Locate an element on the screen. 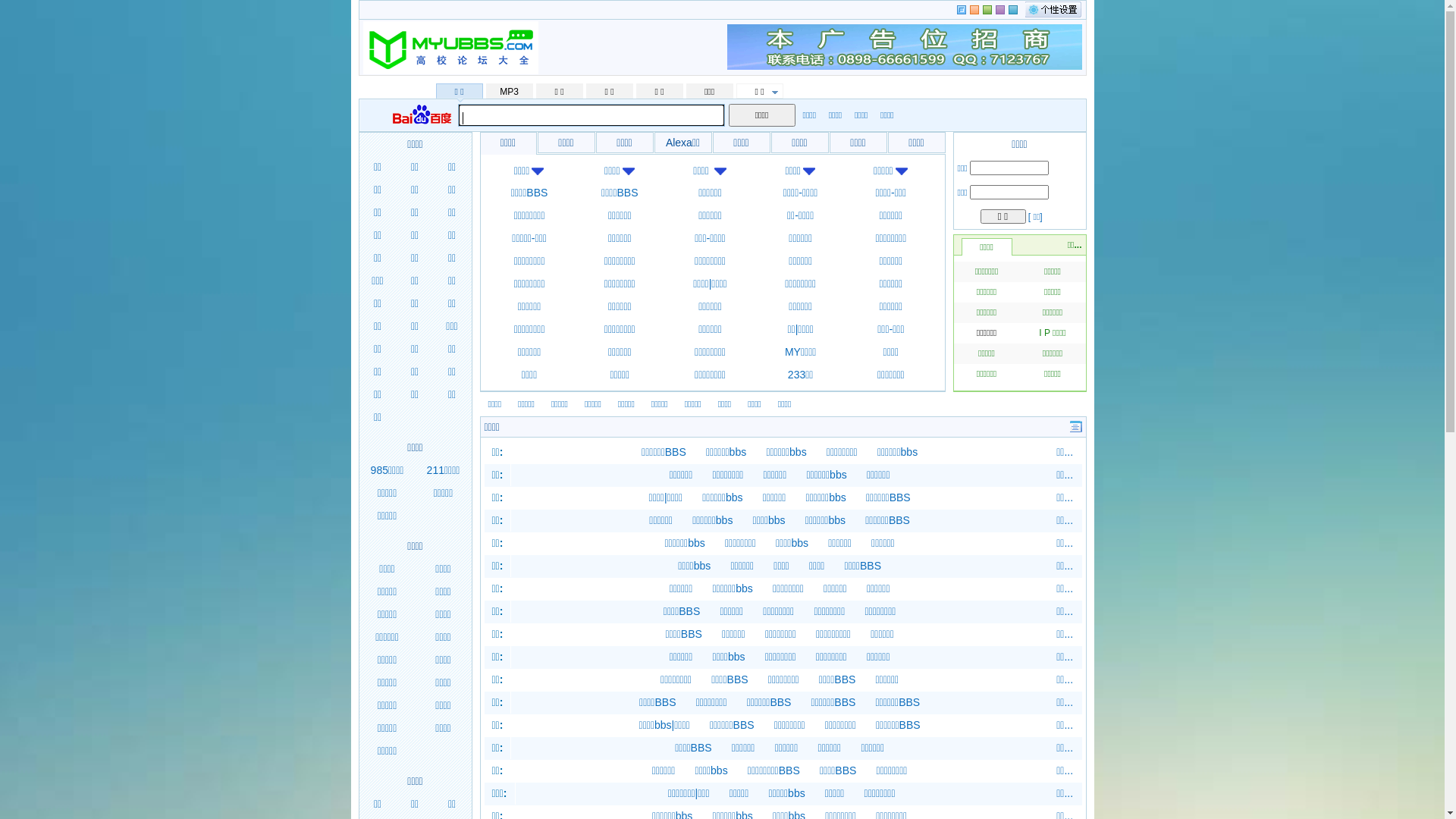 This screenshot has height=819, width=1456. 'MP3' is located at coordinates (509, 90).